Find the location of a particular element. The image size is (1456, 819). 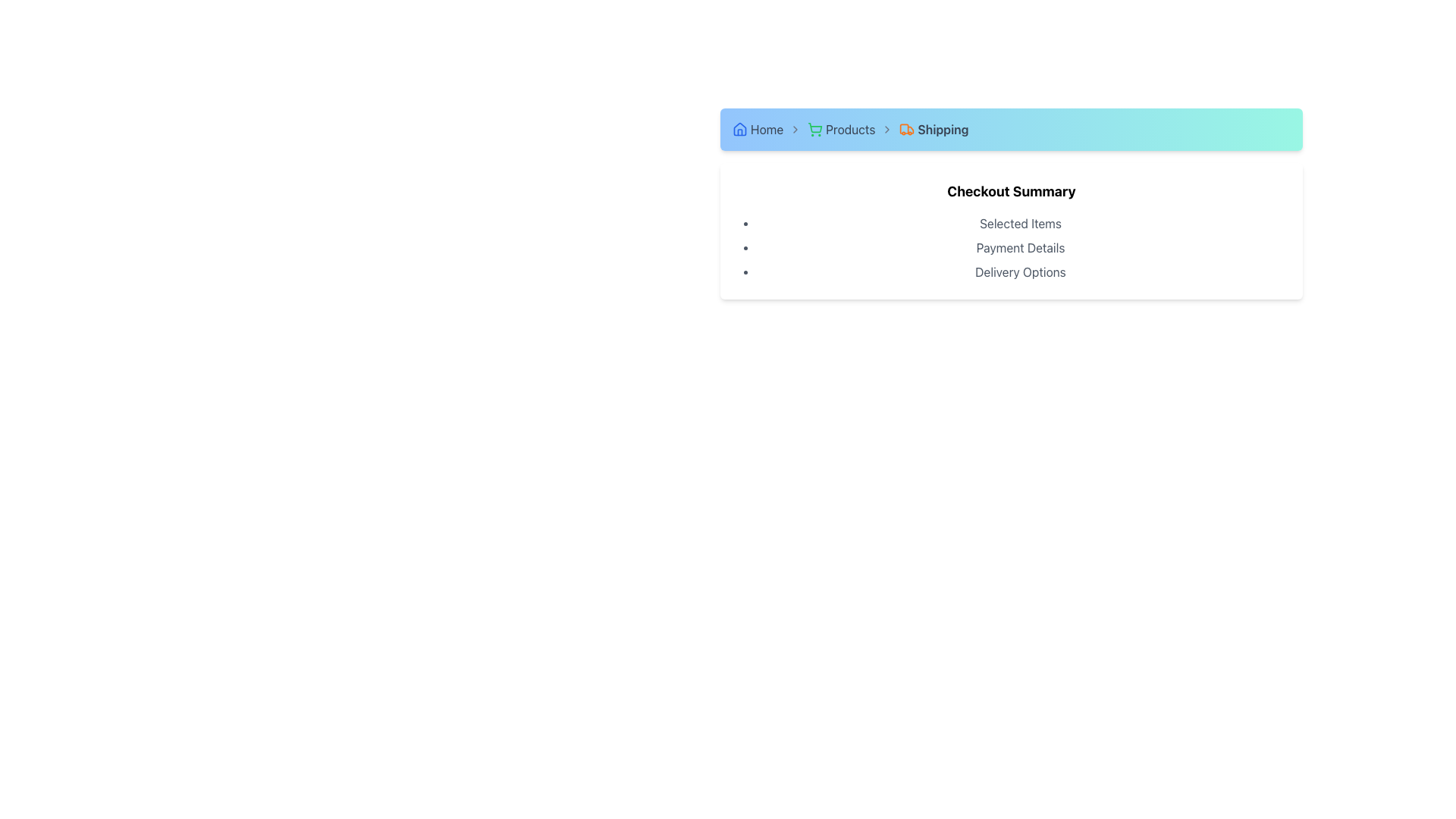

the vertical list component within the 'Checkout Summary' card is located at coordinates (1012, 247).